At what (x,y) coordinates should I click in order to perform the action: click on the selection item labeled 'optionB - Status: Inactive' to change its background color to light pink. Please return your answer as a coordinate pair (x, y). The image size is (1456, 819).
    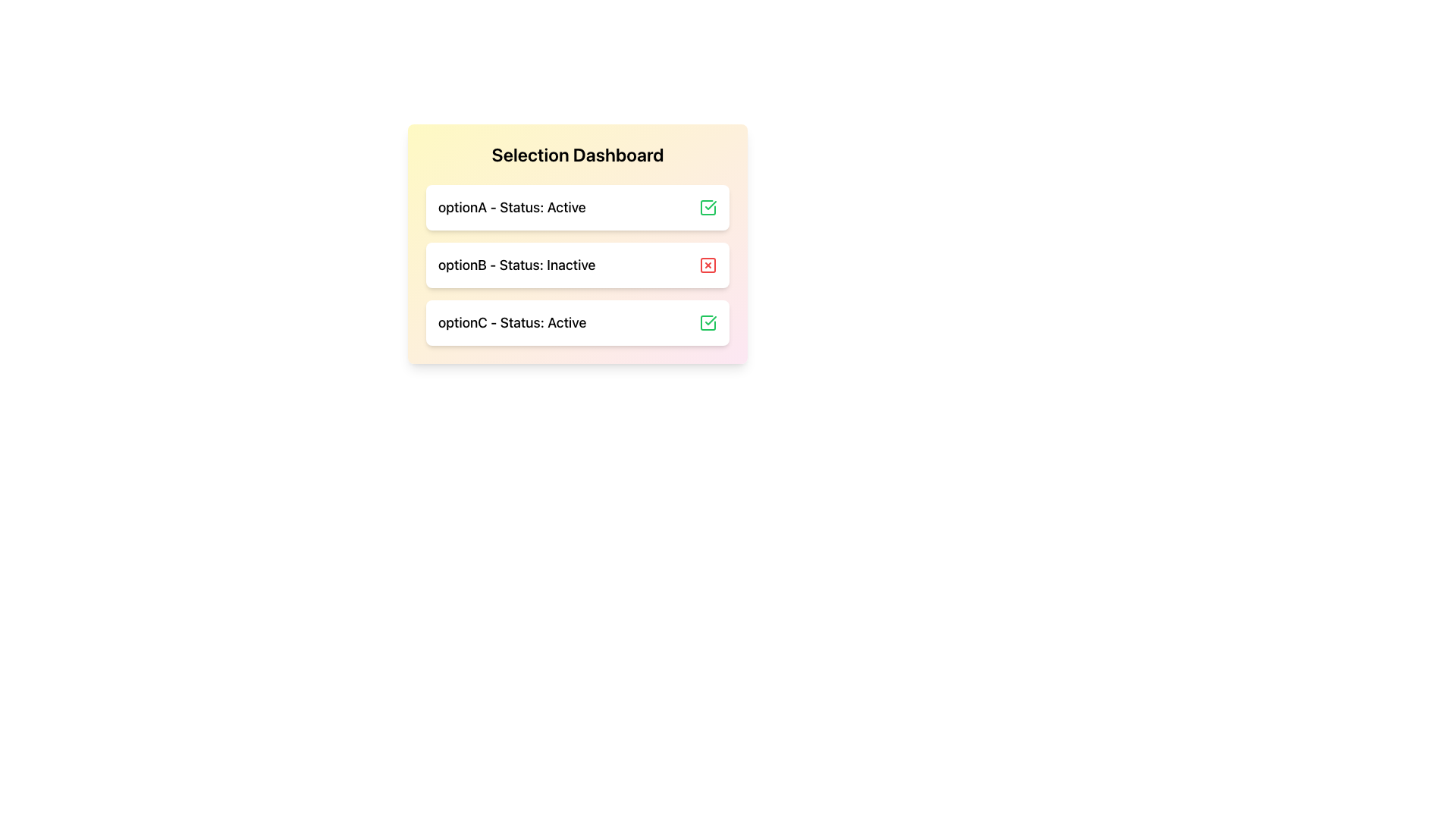
    Looking at the image, I should click on (577, 265).